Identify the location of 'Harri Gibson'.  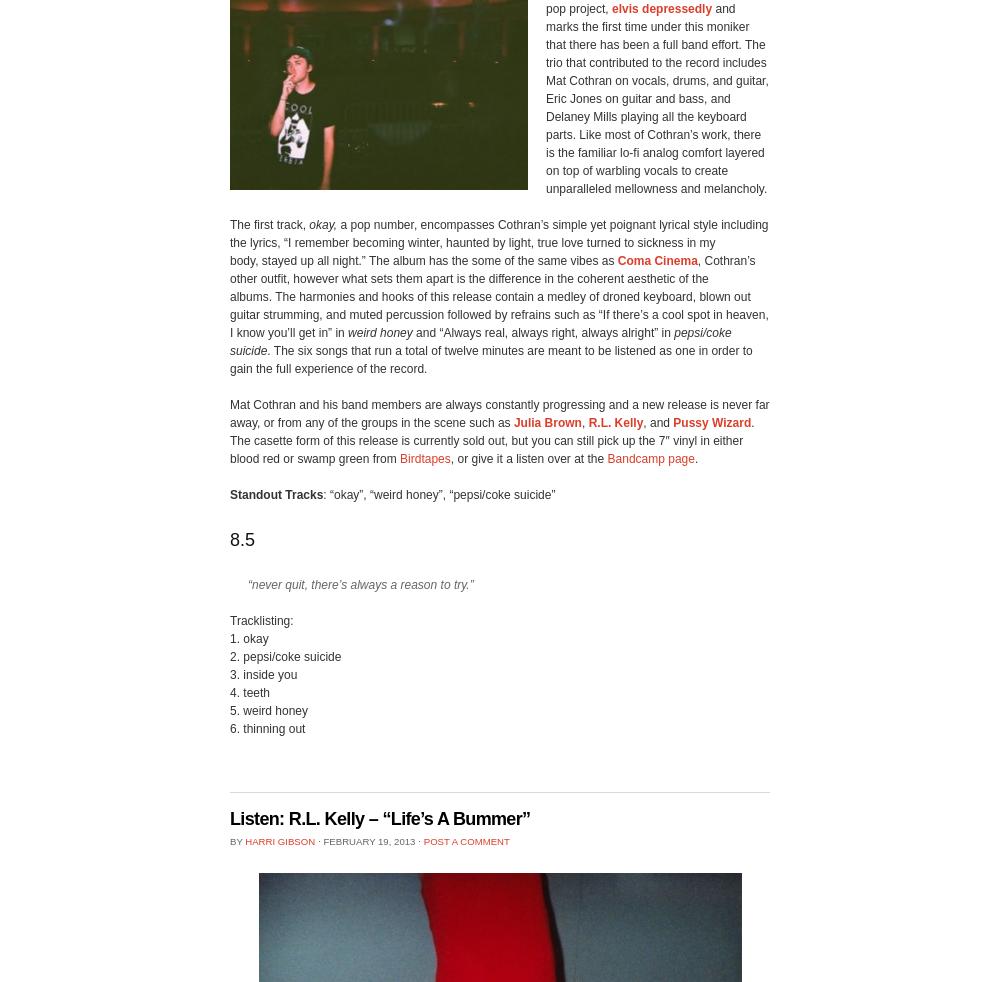
(280, 840).